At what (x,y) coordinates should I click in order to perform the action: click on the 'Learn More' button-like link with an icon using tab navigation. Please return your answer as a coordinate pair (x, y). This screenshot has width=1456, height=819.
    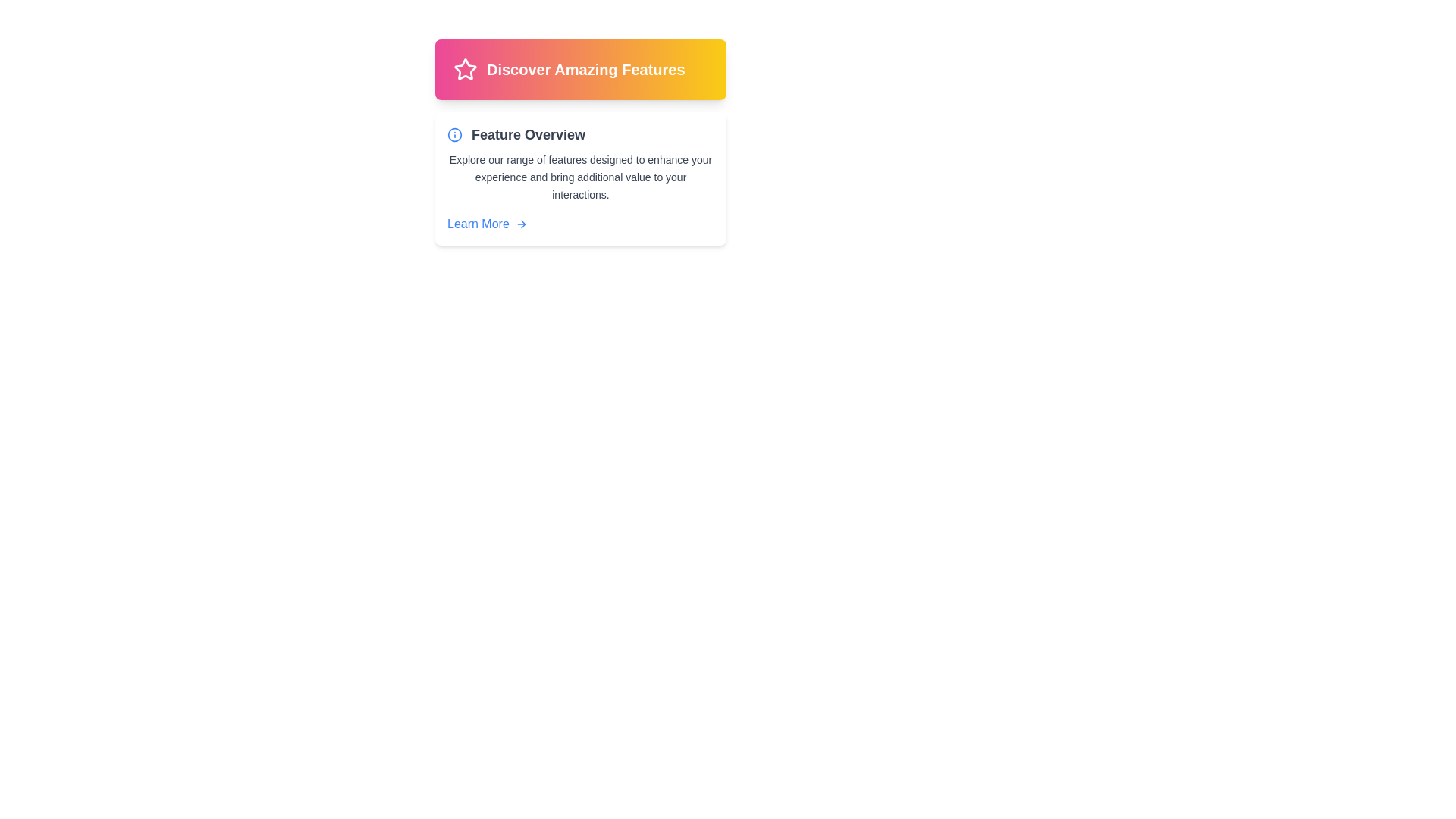
    Looking at the image, I should click on (487, 224).